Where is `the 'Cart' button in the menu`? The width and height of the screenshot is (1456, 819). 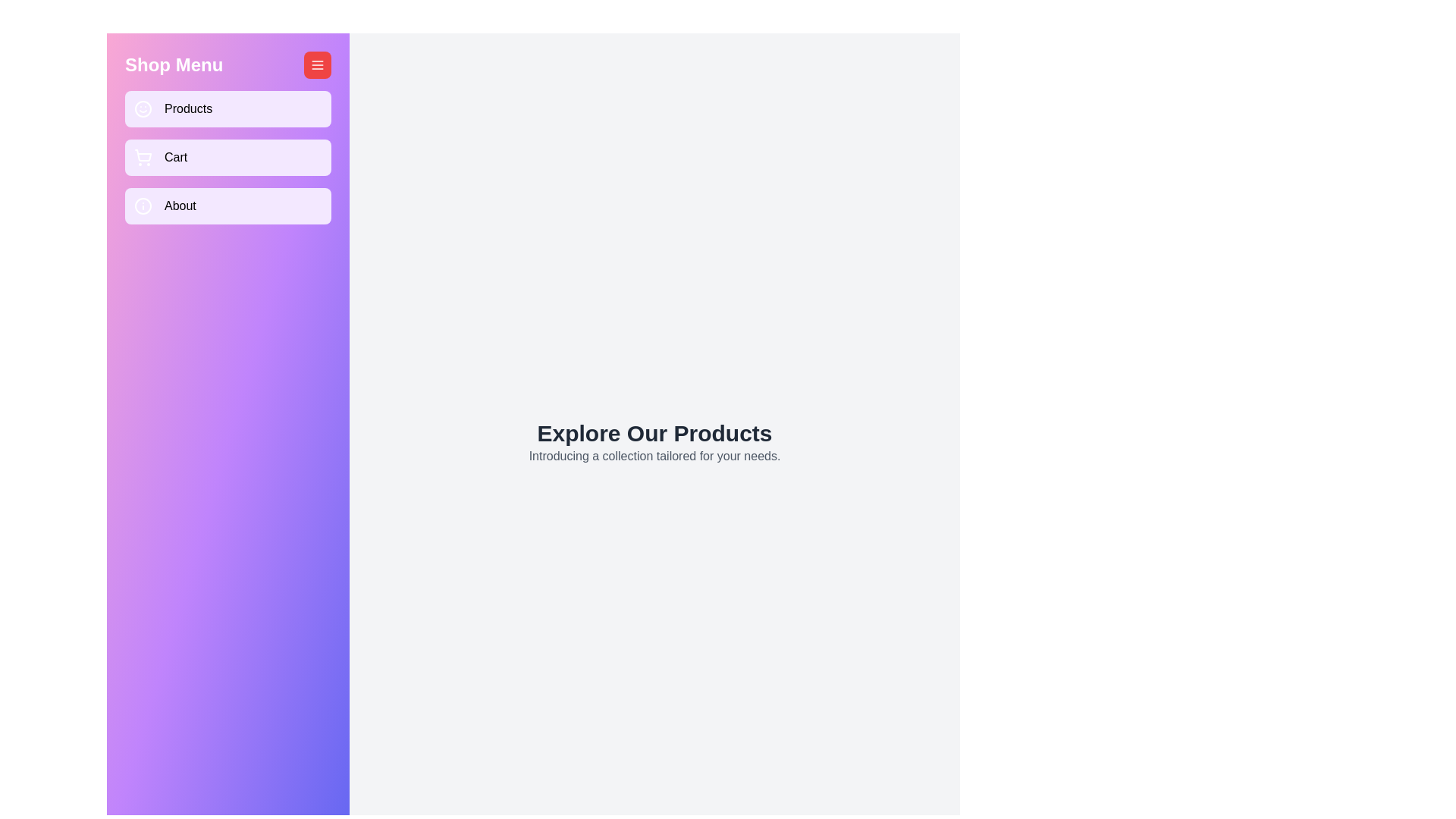
the 'Cart' button in the menu is located at coordinates (227, 158).